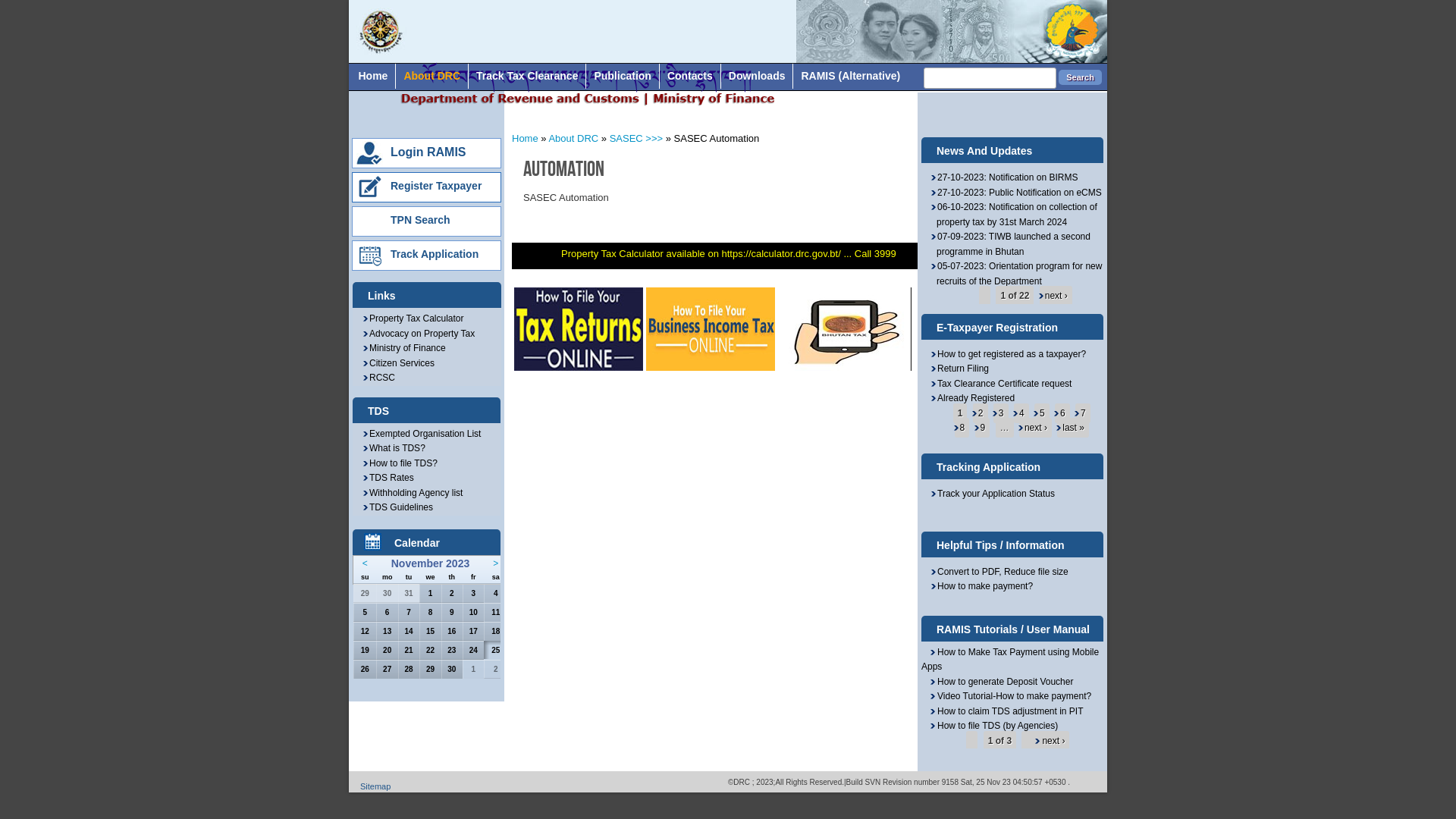  I want to click on 'Convert to PDF, Reduce file size', so click(999, 571).